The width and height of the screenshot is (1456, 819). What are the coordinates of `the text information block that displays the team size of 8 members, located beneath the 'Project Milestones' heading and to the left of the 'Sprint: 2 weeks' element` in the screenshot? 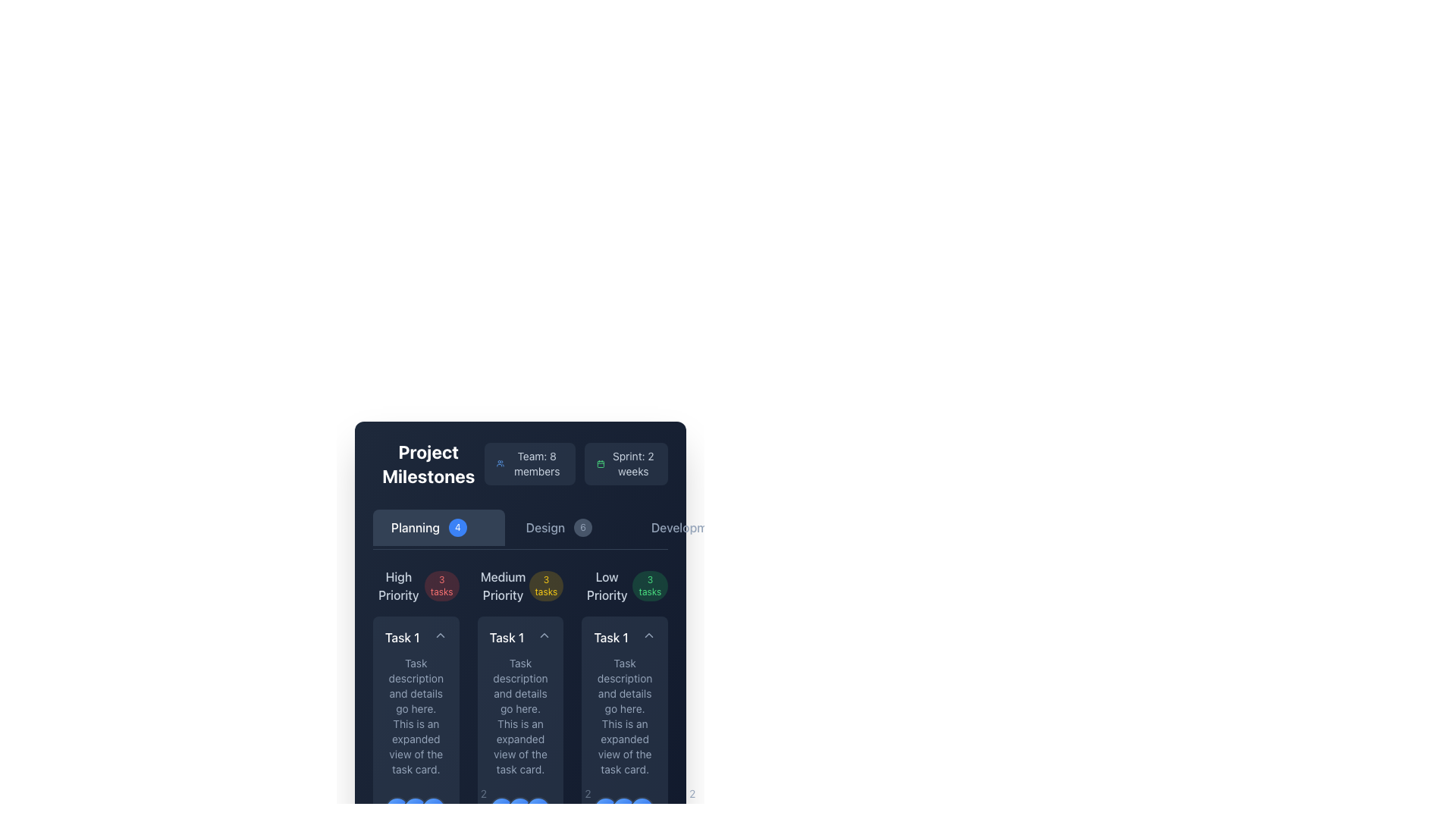 It's located at (529, 463).